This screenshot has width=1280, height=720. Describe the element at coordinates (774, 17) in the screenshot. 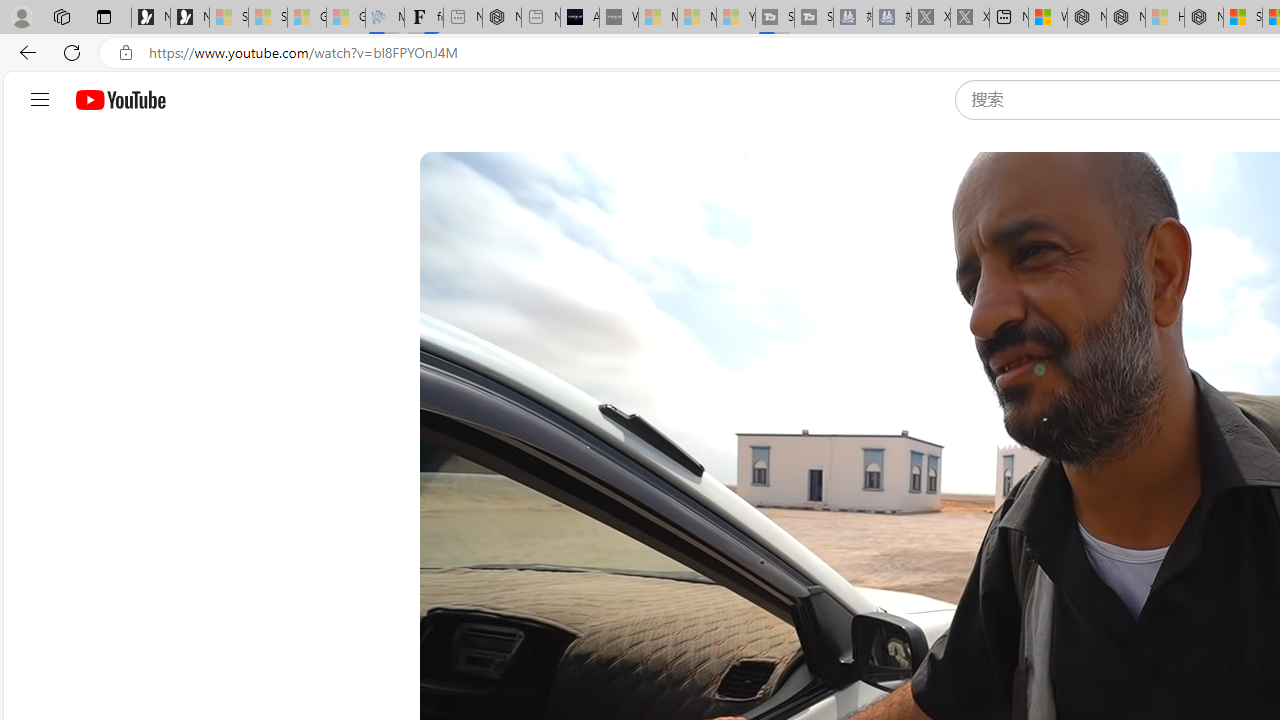

I see `'Streaming Coverage | T3 - Sleeping'` at that location.